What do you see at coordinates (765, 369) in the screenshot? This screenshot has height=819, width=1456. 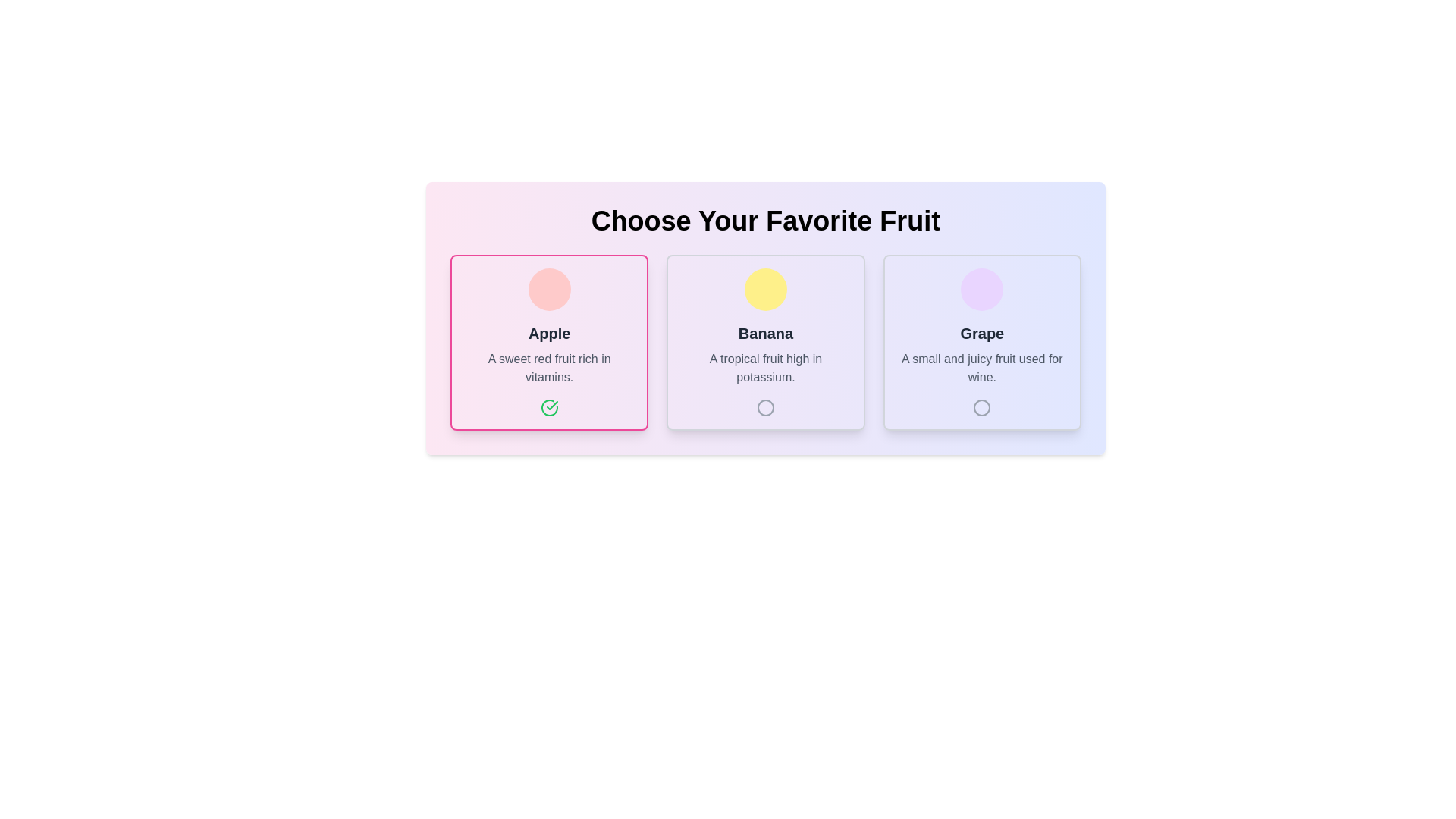 I see `the text stating 'A tropical fruit high in potassium.' which is styled in gray font and located below the word 'Banana' in the card interface` at bounding box center [765, 369].